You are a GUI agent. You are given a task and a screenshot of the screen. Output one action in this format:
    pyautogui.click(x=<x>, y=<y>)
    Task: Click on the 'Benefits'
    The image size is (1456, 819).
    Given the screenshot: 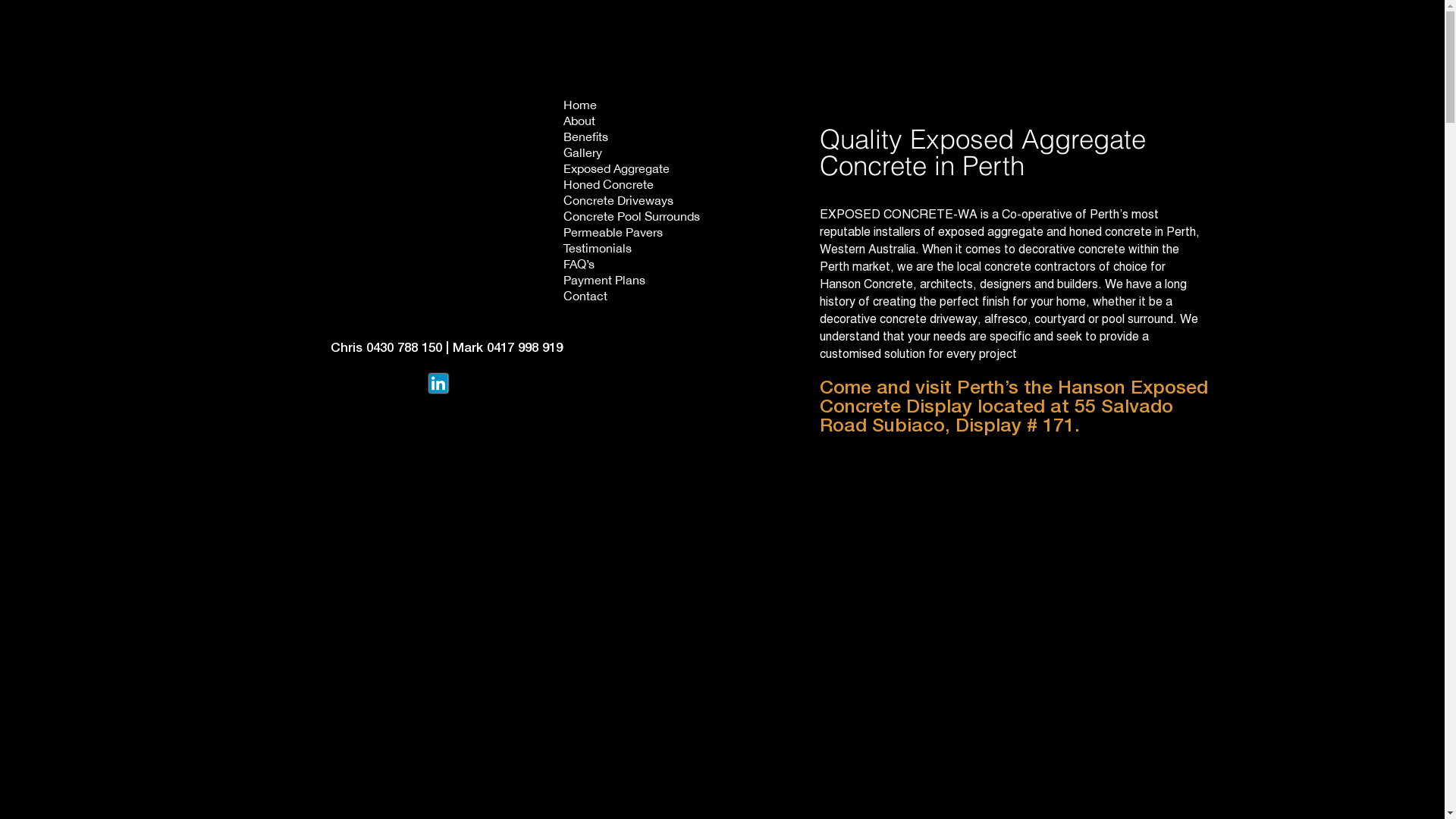 What is the action you would take?
    pyautogui.click(x=632, y=138)
    